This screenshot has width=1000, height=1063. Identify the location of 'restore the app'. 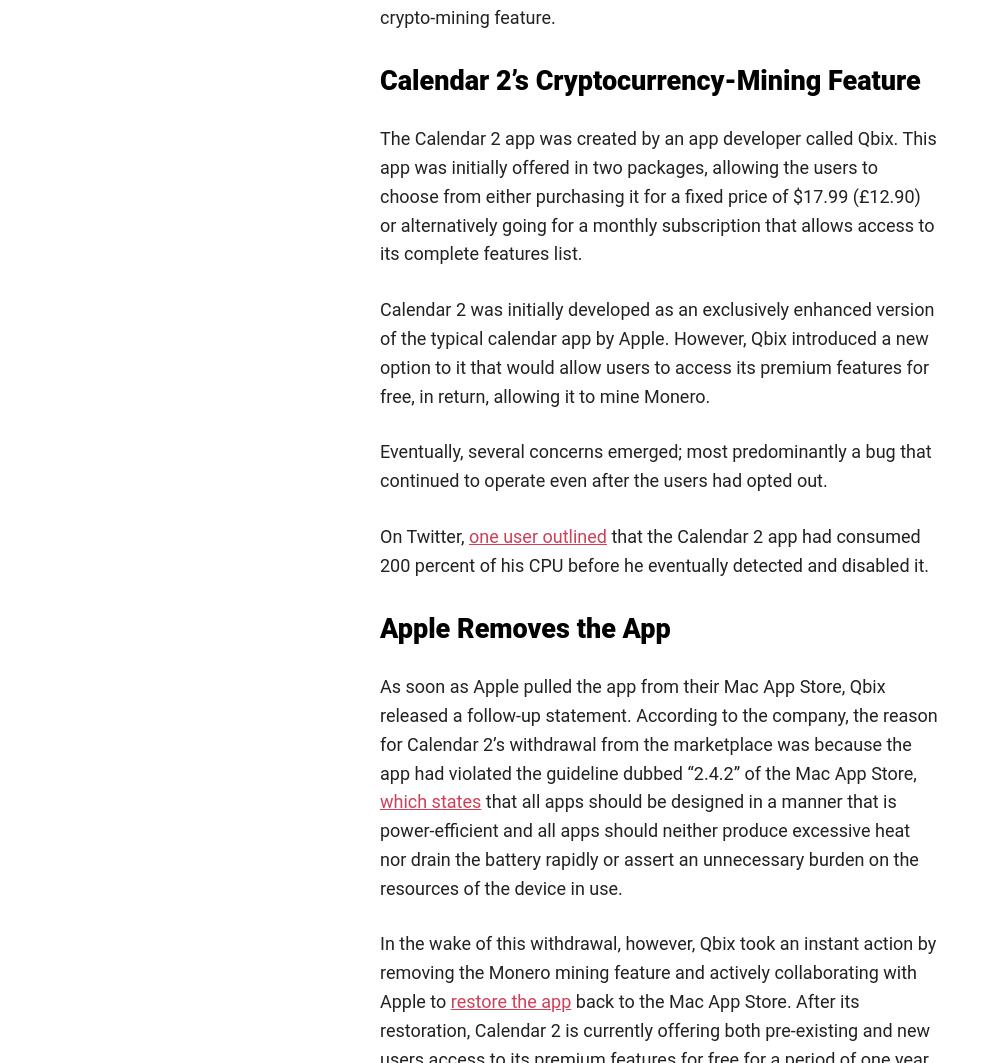
(510, 1000).